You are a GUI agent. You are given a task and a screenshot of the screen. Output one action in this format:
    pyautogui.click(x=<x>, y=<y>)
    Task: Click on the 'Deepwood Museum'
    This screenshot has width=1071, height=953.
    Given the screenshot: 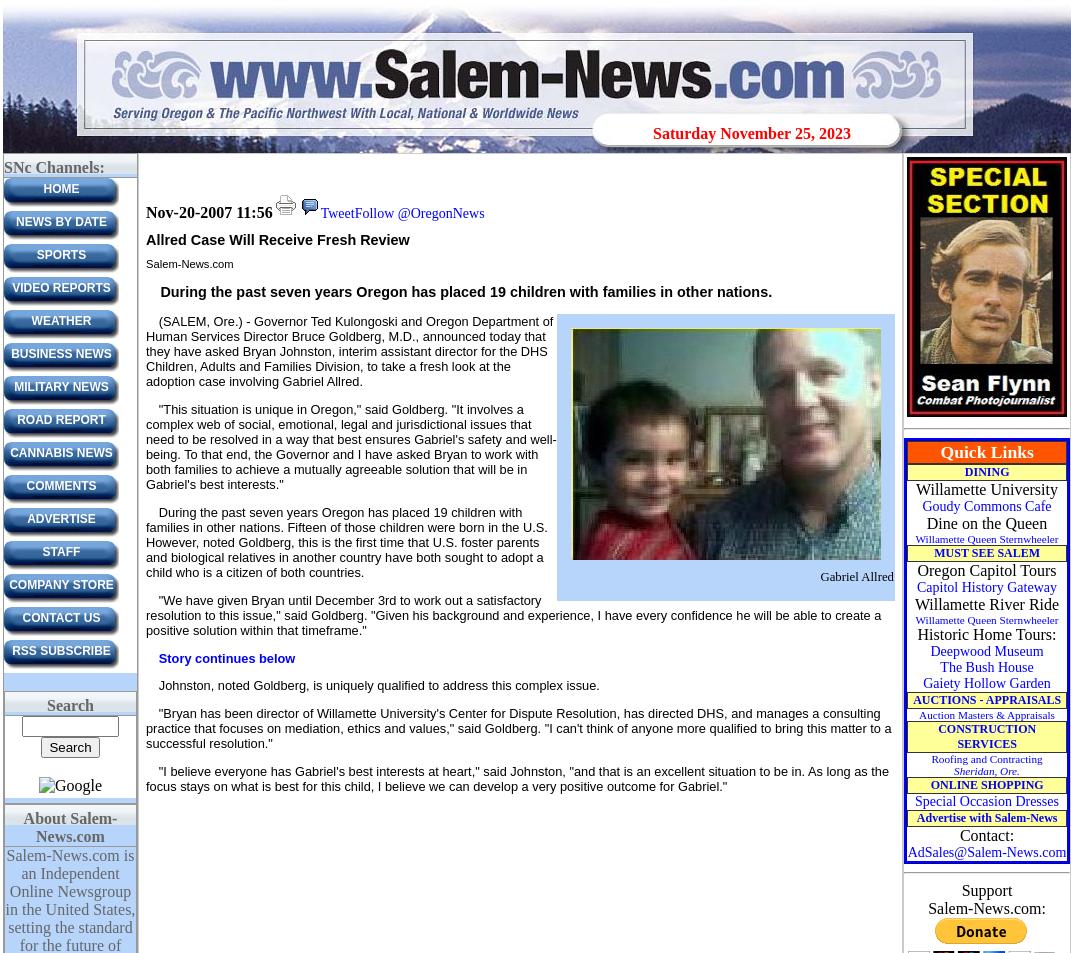 What is the action you would take?
    pyautogui.click(x=985, y=651)
    